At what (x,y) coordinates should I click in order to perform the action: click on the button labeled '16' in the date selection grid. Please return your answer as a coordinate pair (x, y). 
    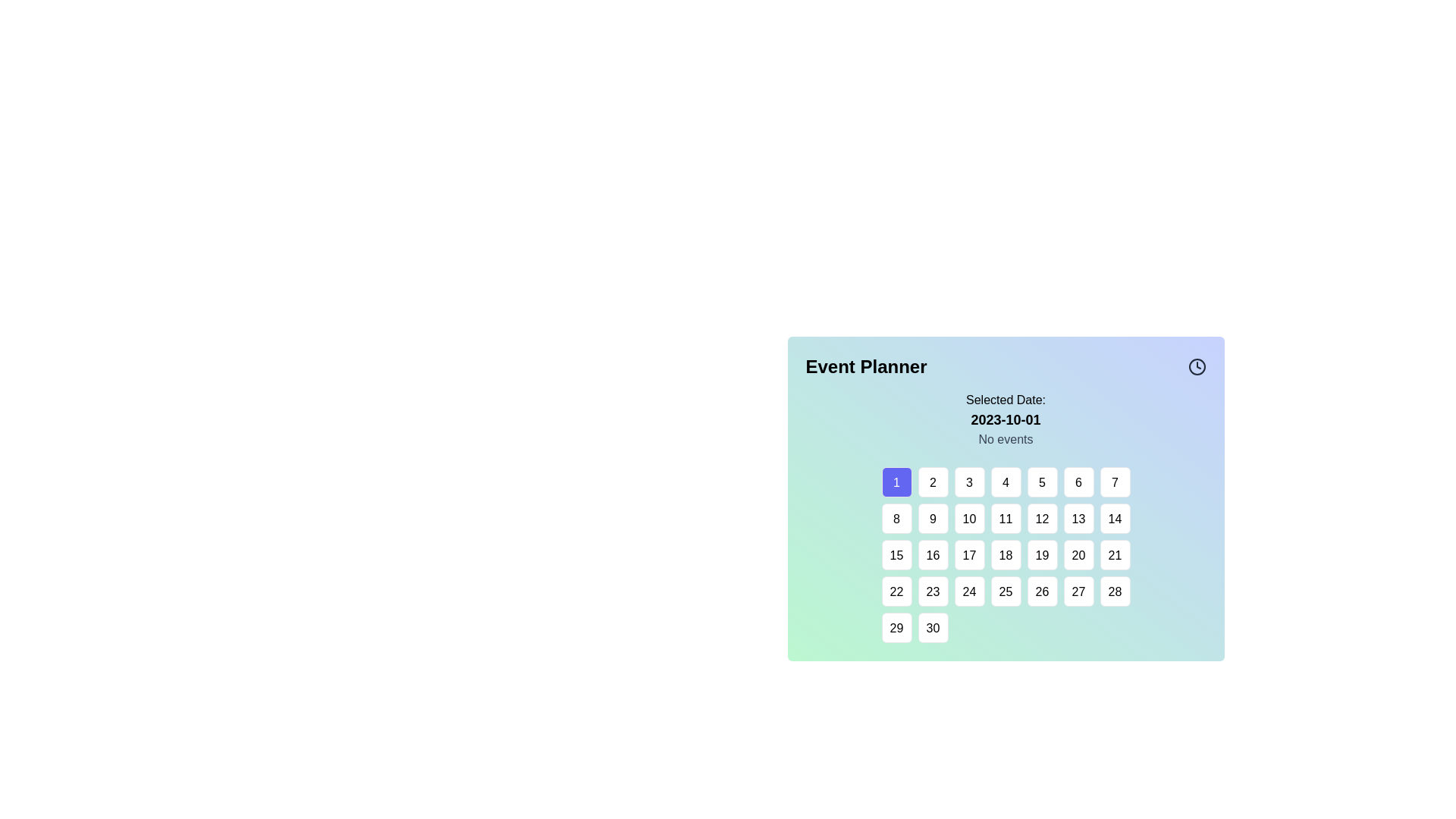
    Looking at the image, I should click on (932, 555).